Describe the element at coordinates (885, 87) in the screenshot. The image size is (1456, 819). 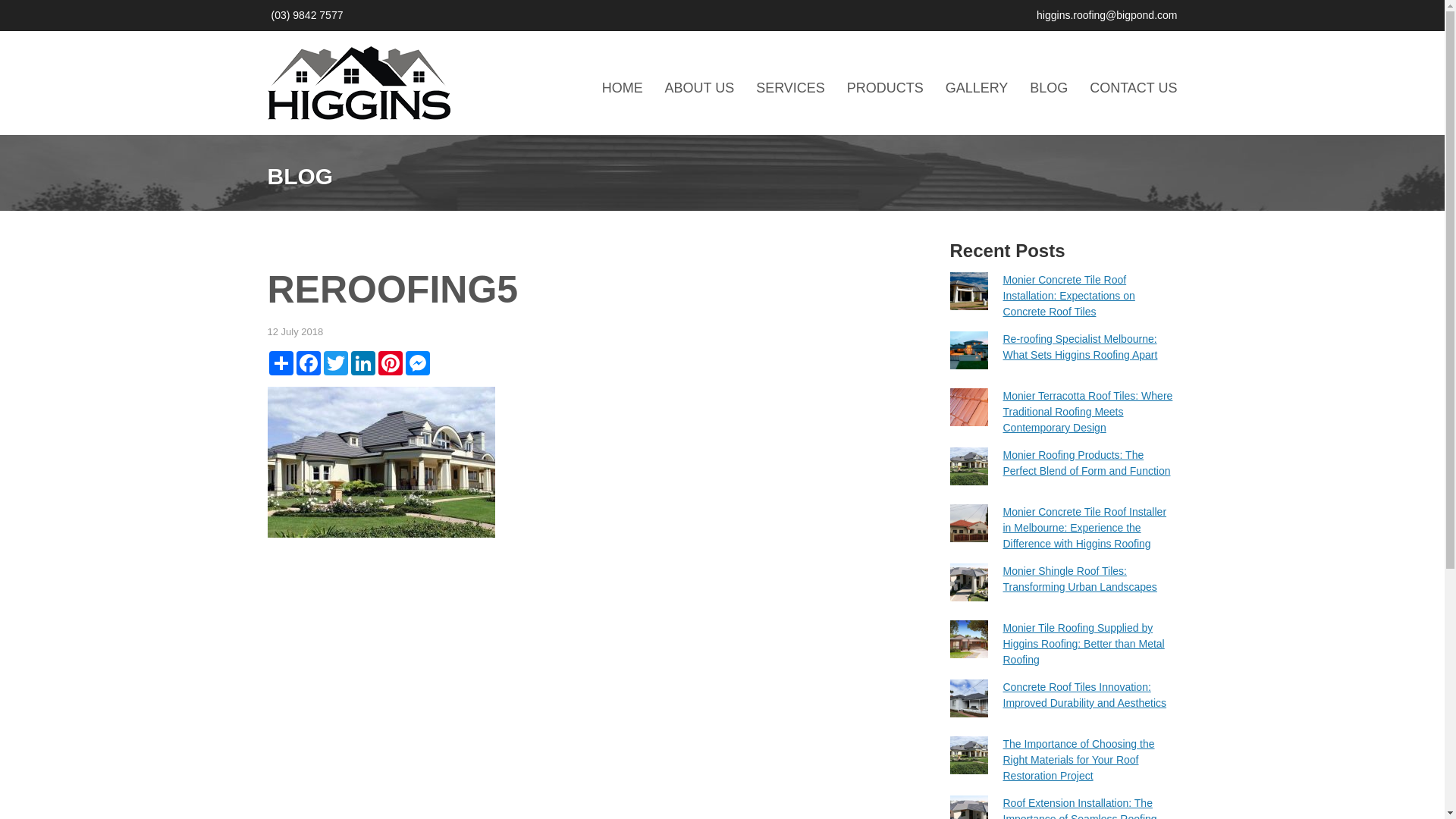
I see `'PRODUCTS'` at that location.